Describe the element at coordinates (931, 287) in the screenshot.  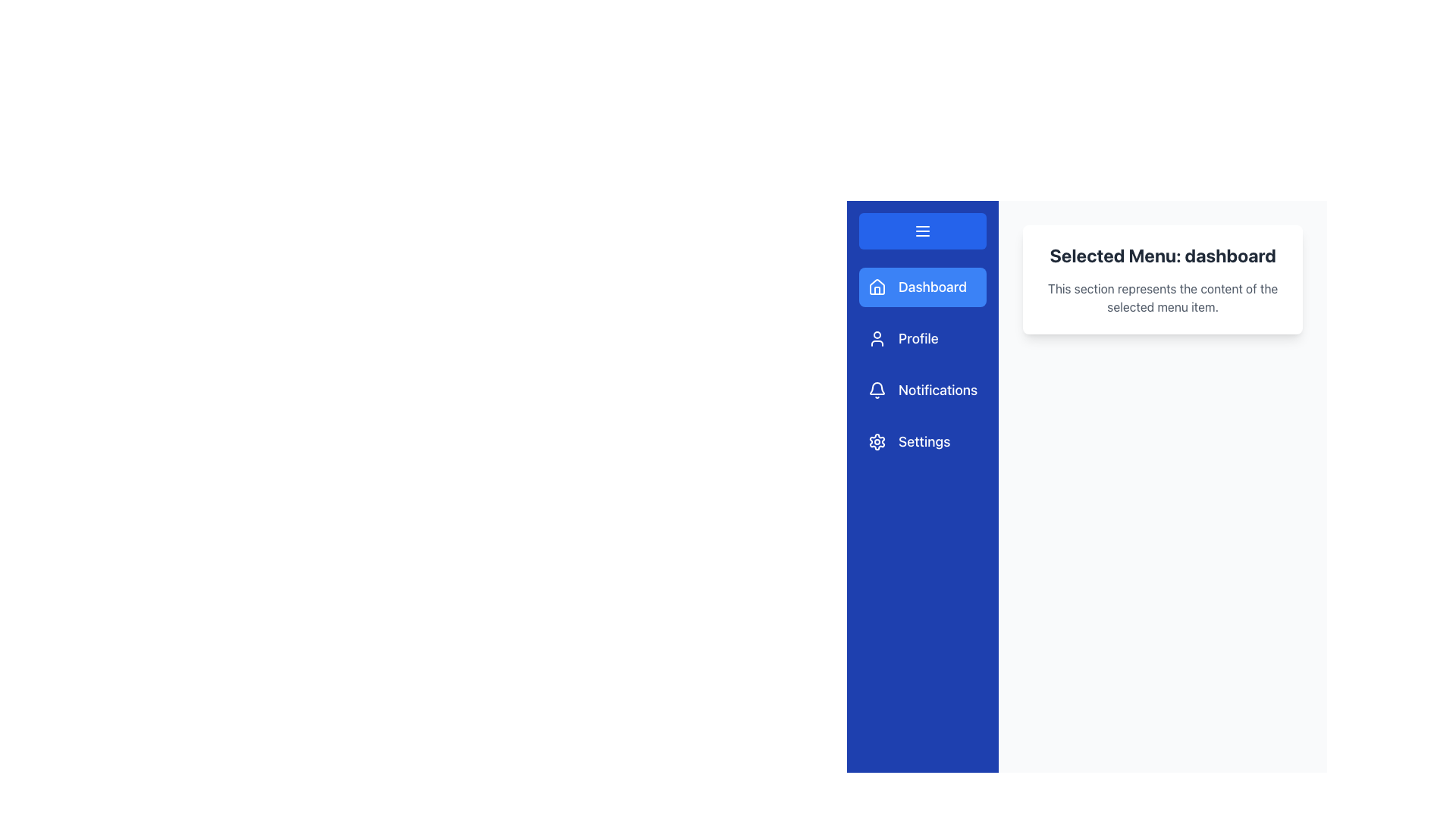
I see `text label for the 'Dashboard' menu item located on the left navigation panel, to the right of the house-shaped icon` at that location.